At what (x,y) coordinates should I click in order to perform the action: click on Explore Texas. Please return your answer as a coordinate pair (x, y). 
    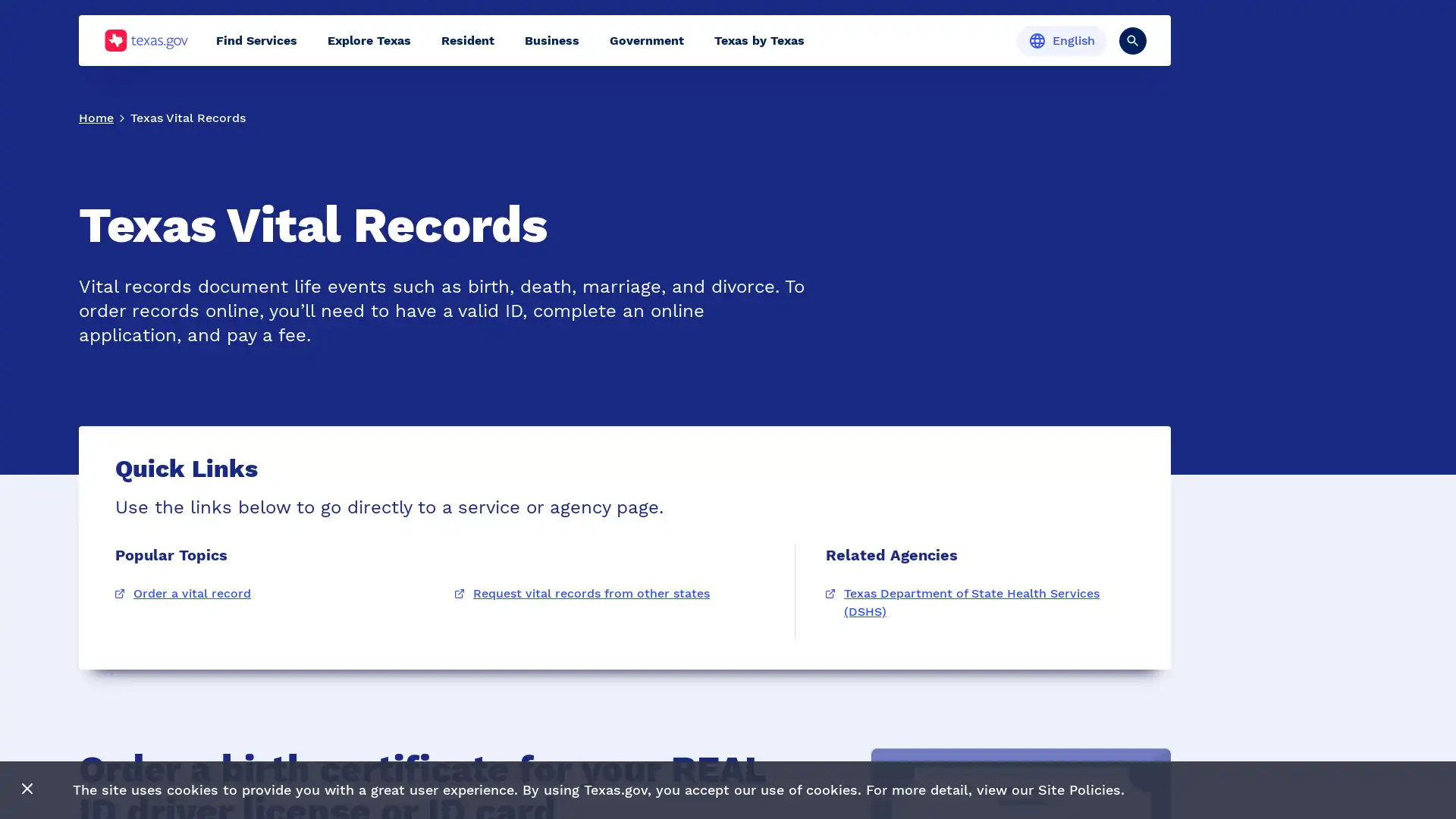
    Looking at the image, I should click on (369, 39).